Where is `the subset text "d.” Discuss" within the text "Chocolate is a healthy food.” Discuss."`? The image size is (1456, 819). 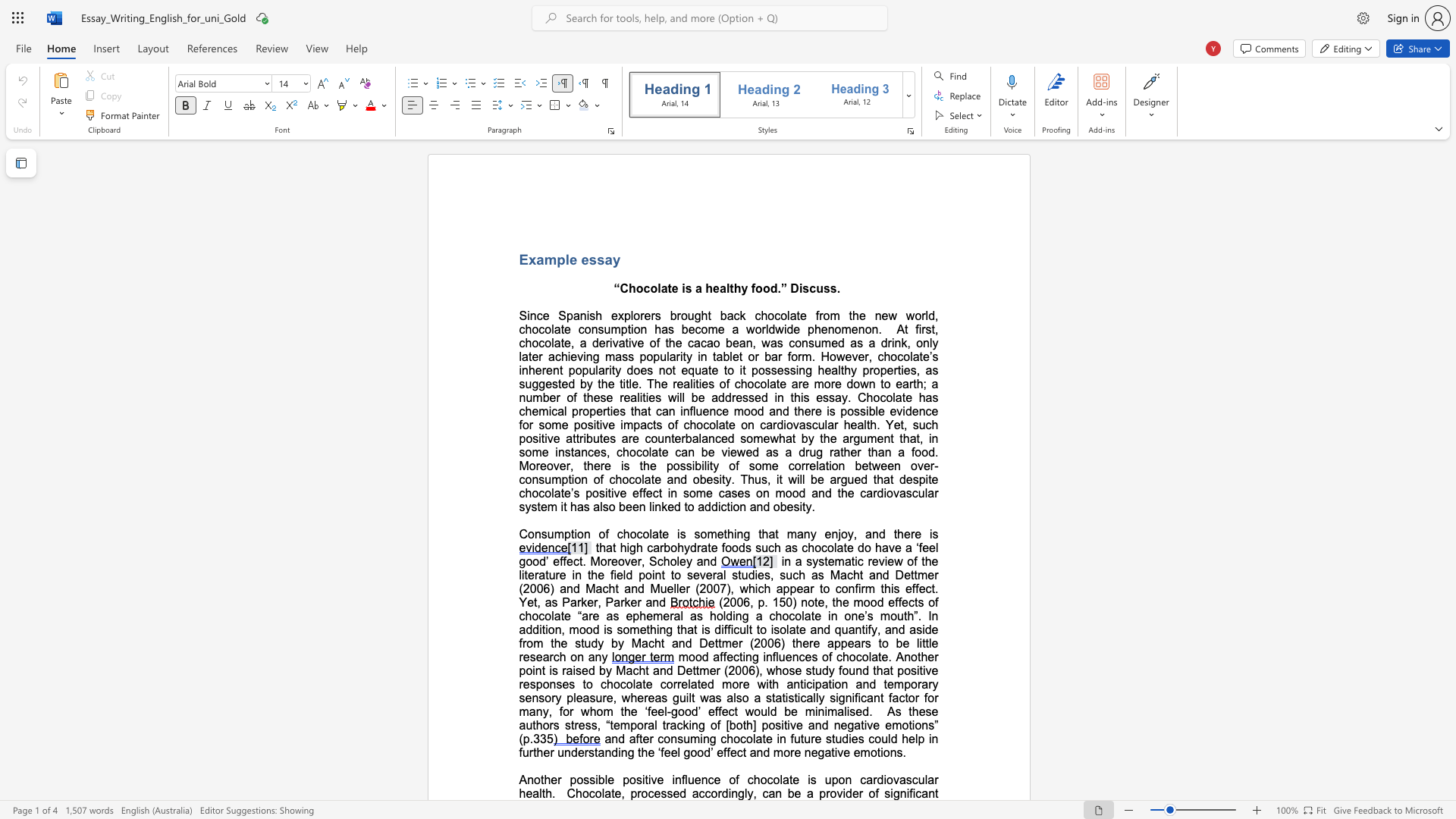
the subset text "d.” Discuss" within the text "Chocolate is a healthy food.” Discuss." is located at coordinates (770, 288).